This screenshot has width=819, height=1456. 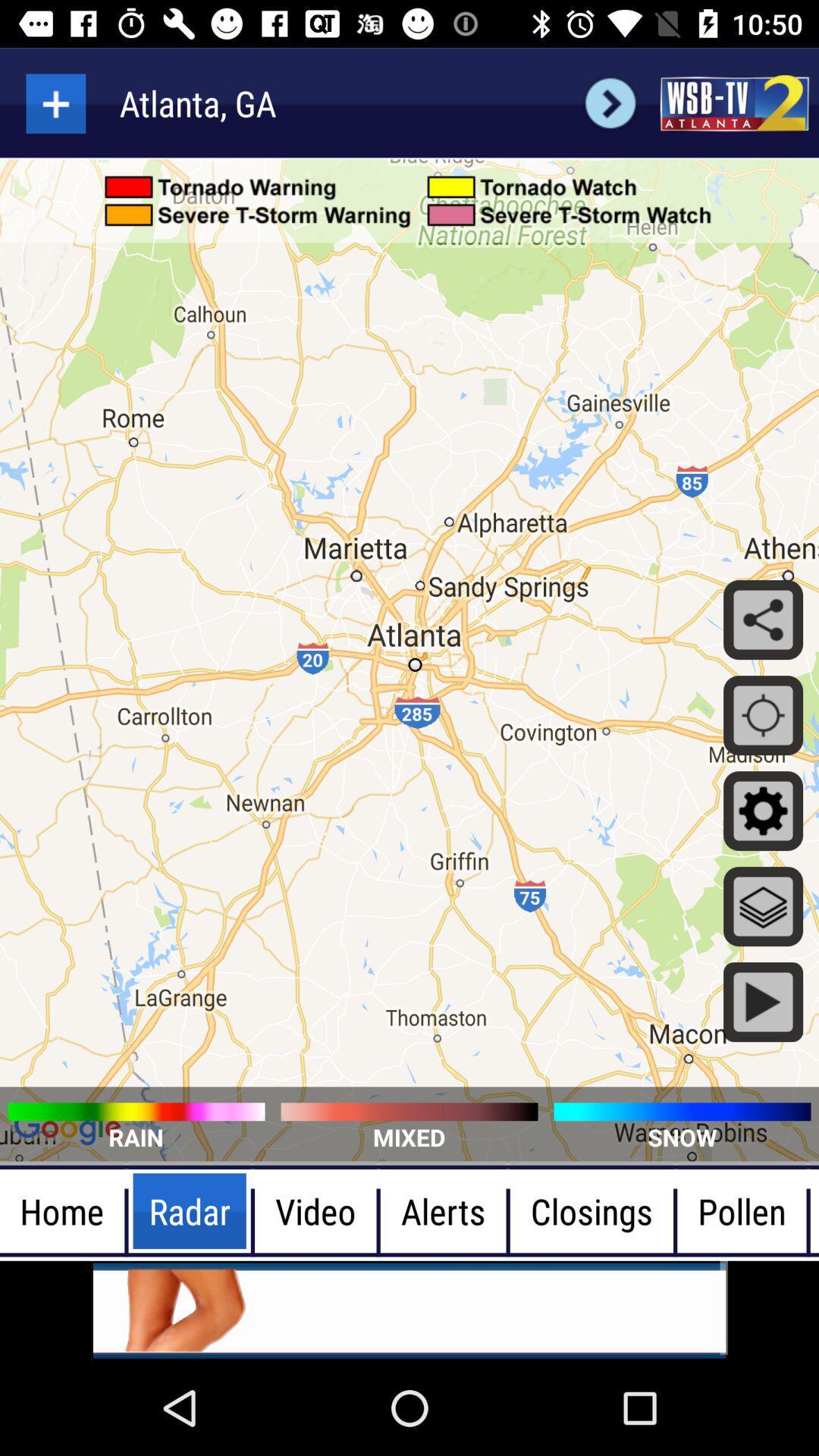 I want to click on homepage, so click(x=733, y=102).